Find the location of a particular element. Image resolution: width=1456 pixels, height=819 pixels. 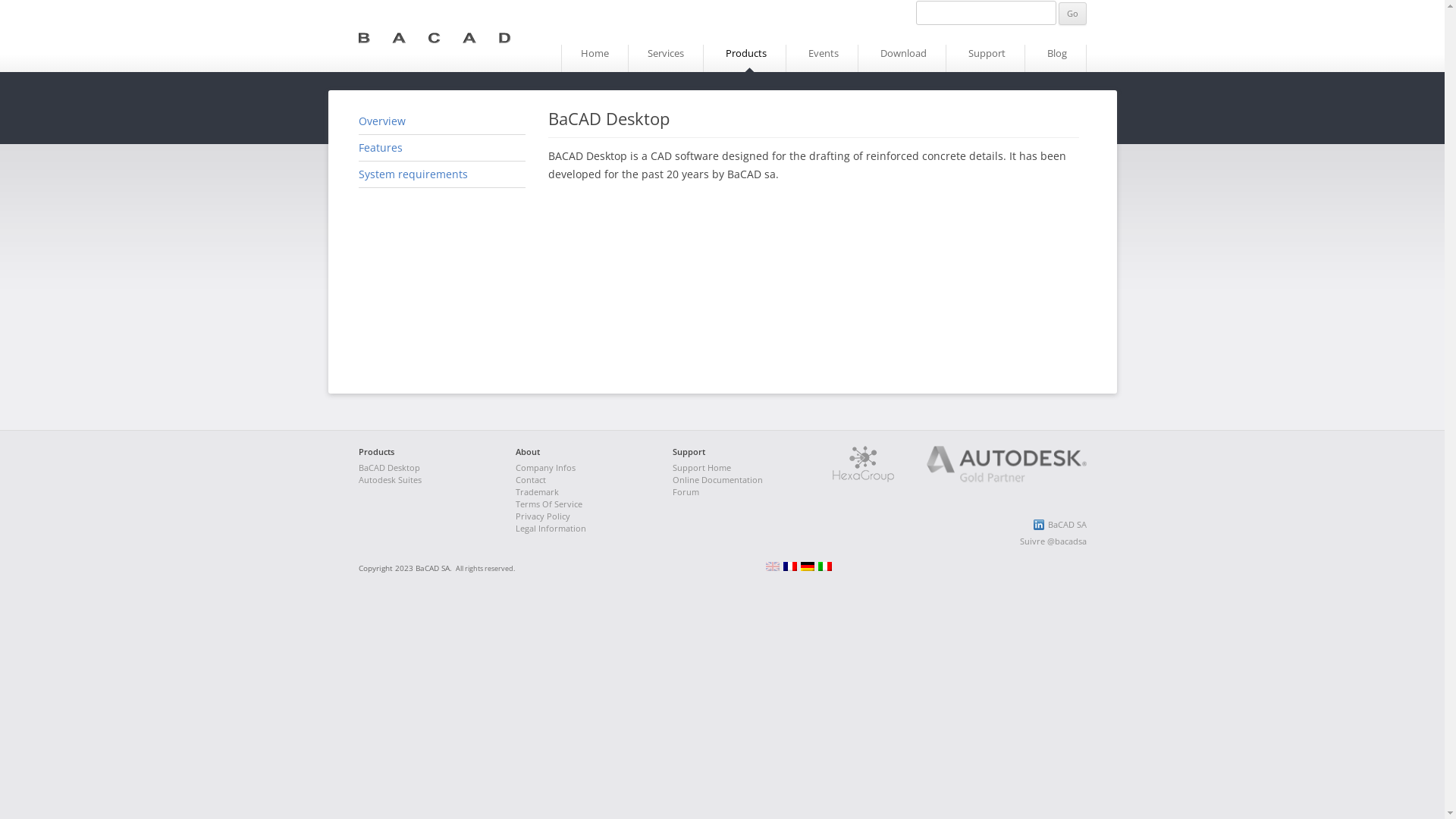

'Hexagroup' is located at coordinates (863, 479).